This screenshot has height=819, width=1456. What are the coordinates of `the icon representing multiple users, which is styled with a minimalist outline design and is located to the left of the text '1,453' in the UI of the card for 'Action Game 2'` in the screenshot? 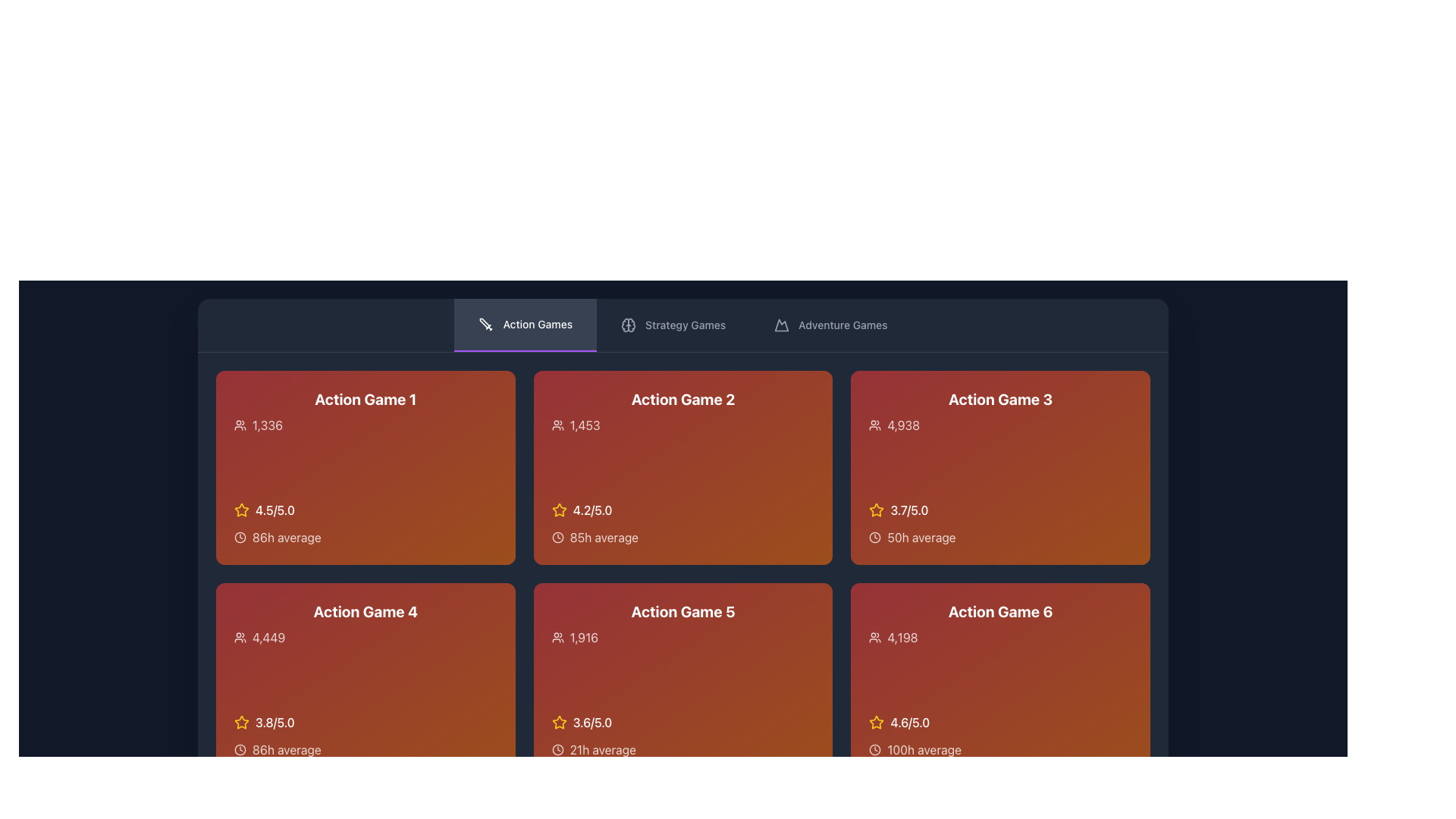 It's located at (557, 425).